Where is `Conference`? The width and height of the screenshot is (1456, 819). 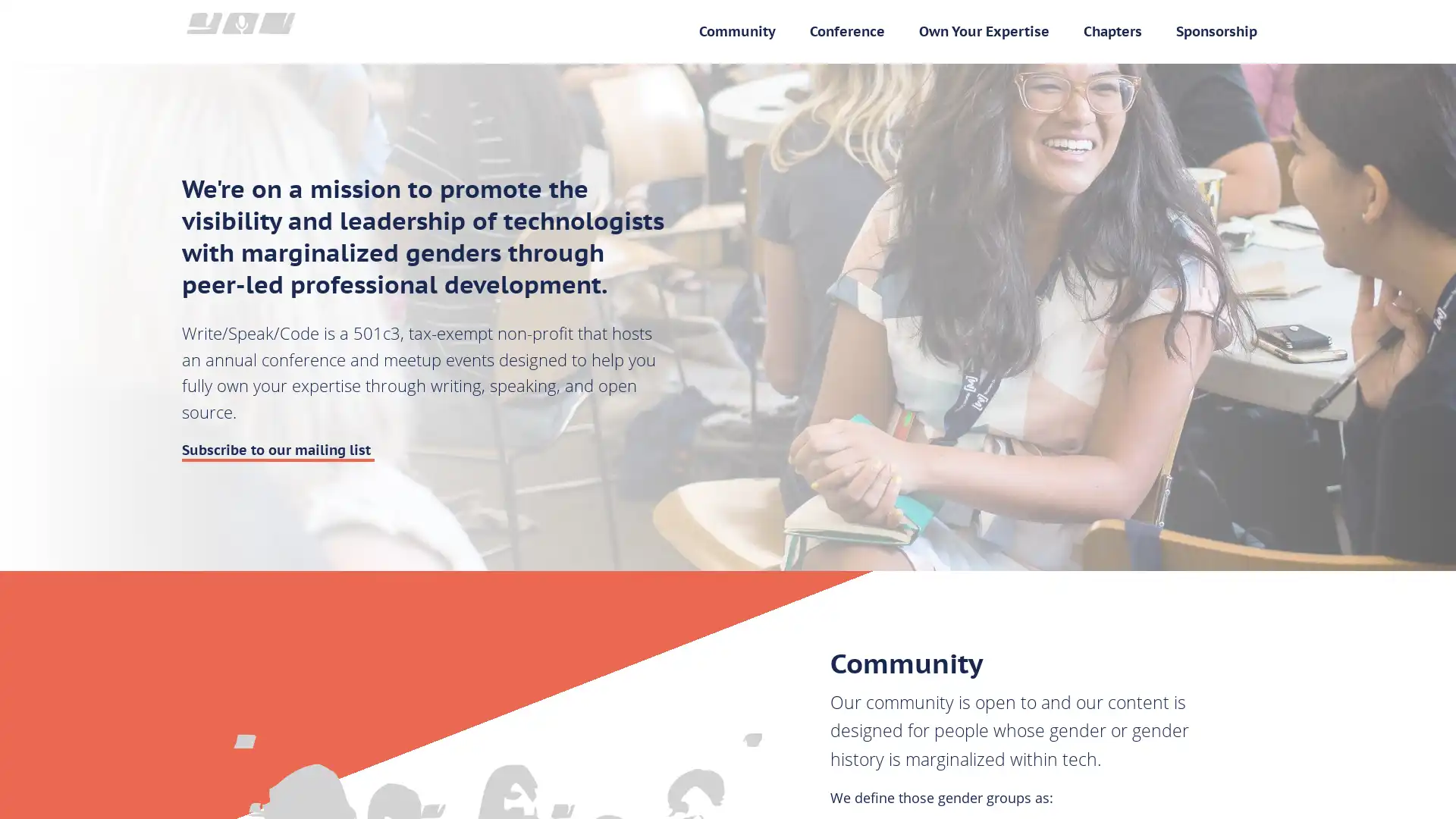
Conference is located at coordinates (846, 31).